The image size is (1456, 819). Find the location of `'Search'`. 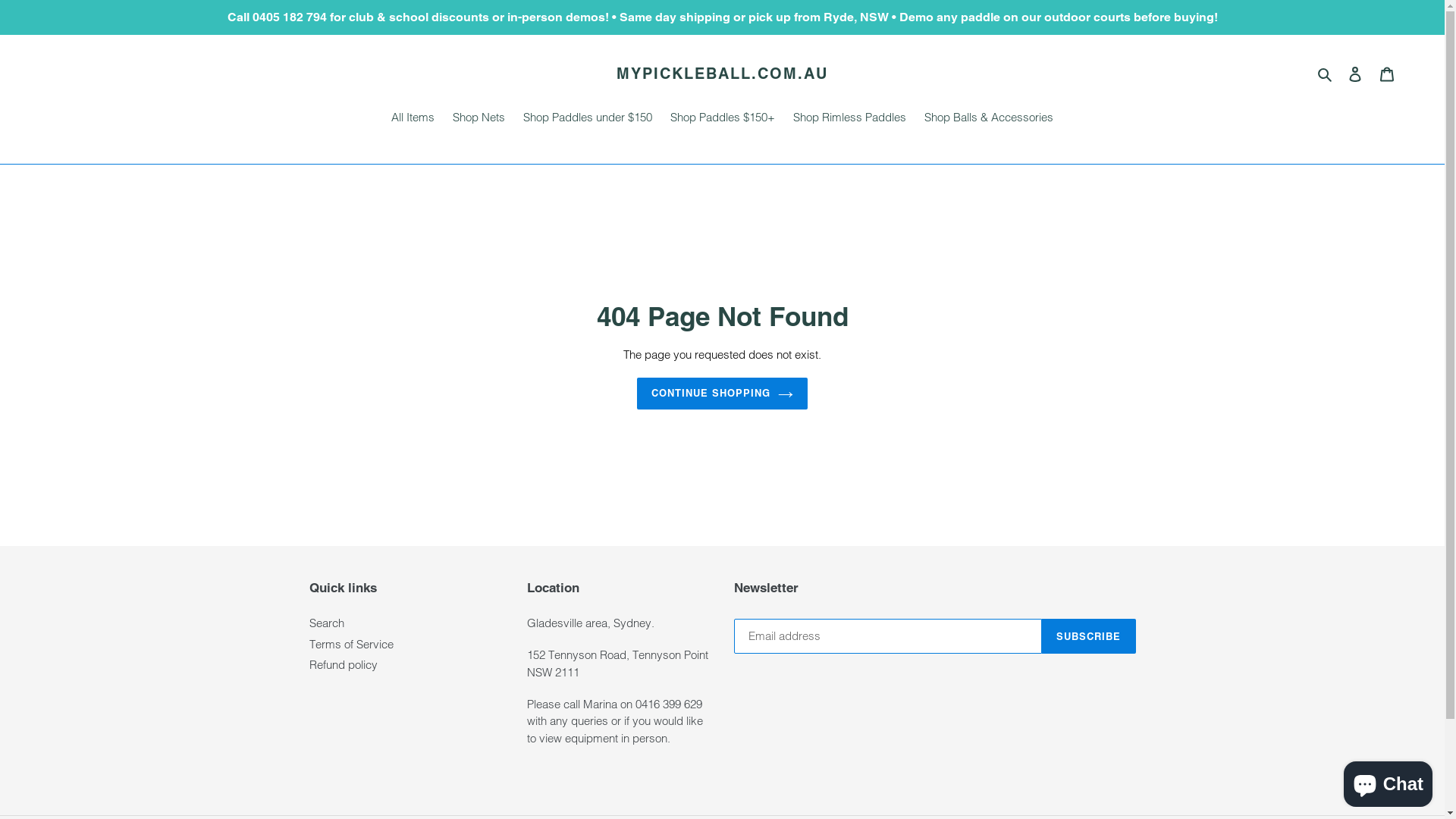

'Search' is located at coordinates (309, 623).